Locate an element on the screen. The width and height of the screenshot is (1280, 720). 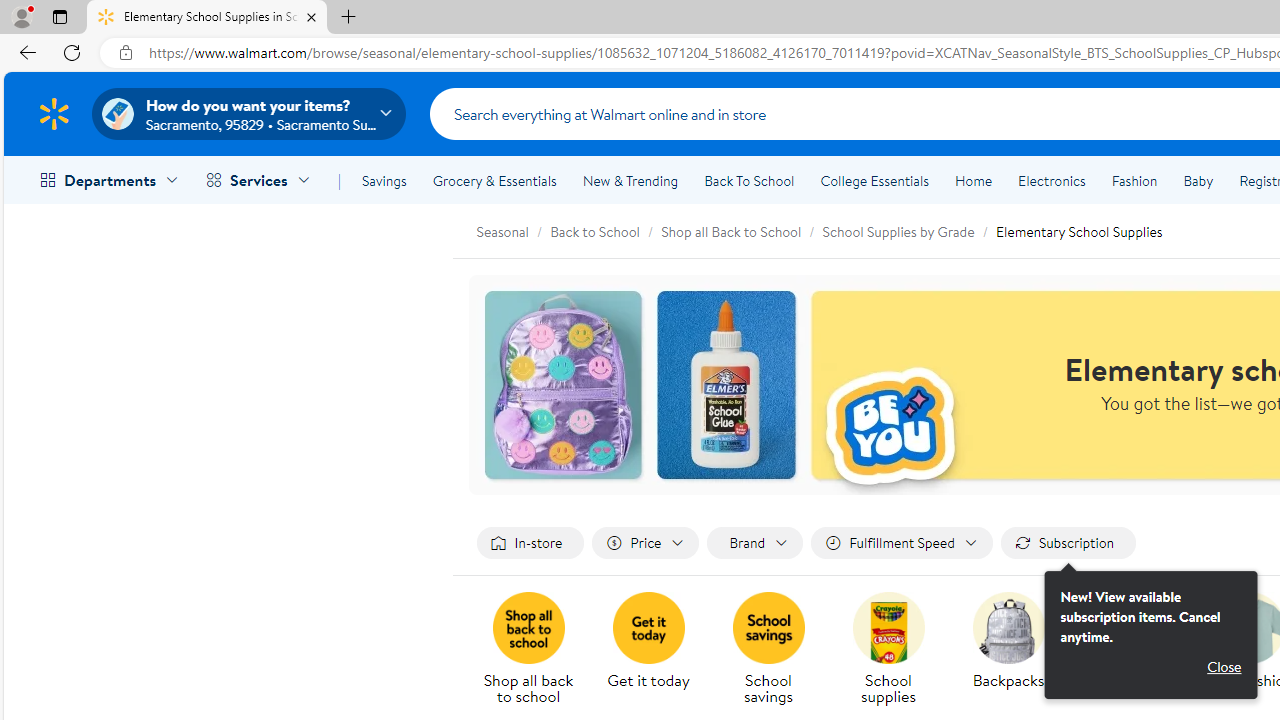
'Fashion' is located at coordinates (1134, 181).